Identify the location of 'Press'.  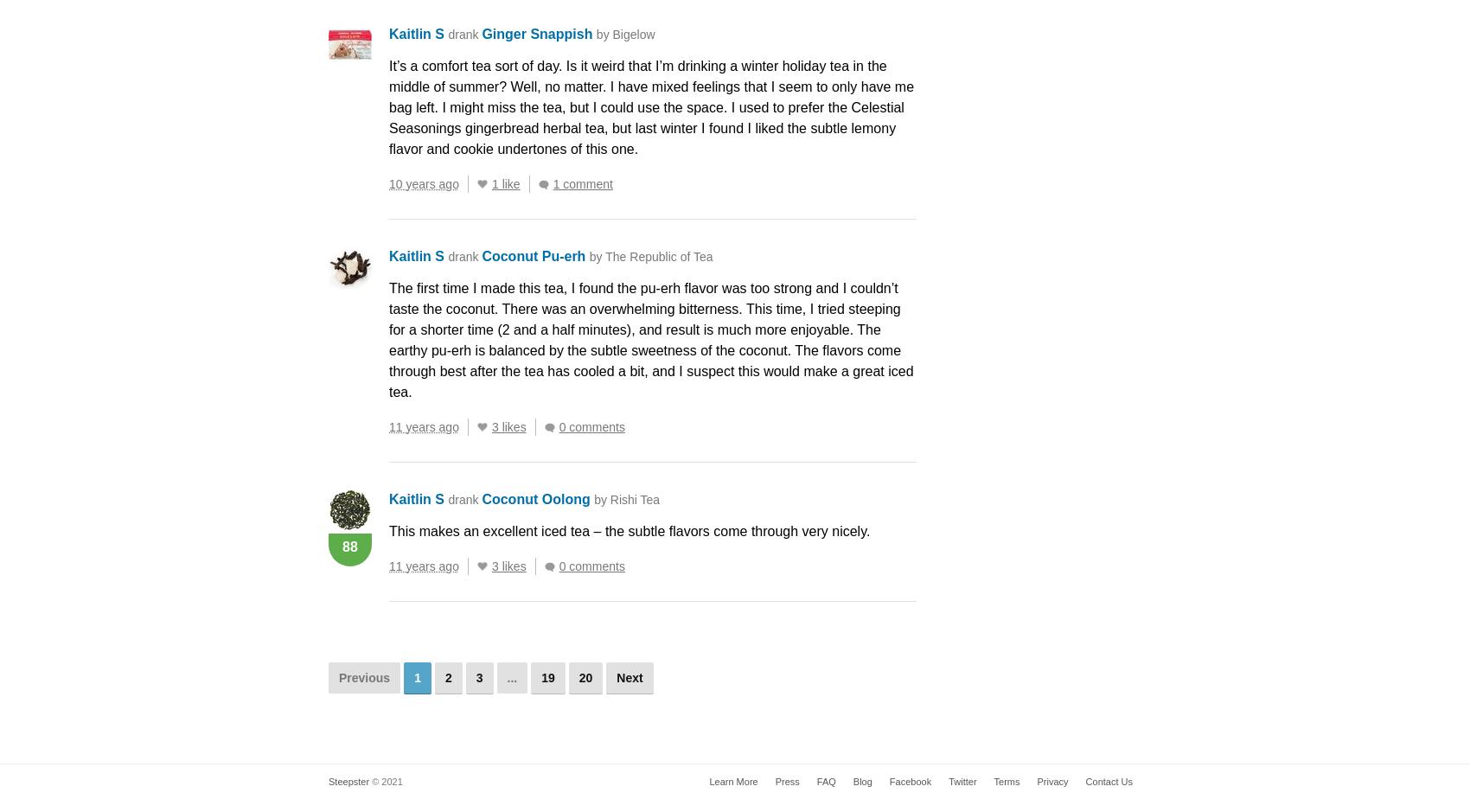
(787, 781).